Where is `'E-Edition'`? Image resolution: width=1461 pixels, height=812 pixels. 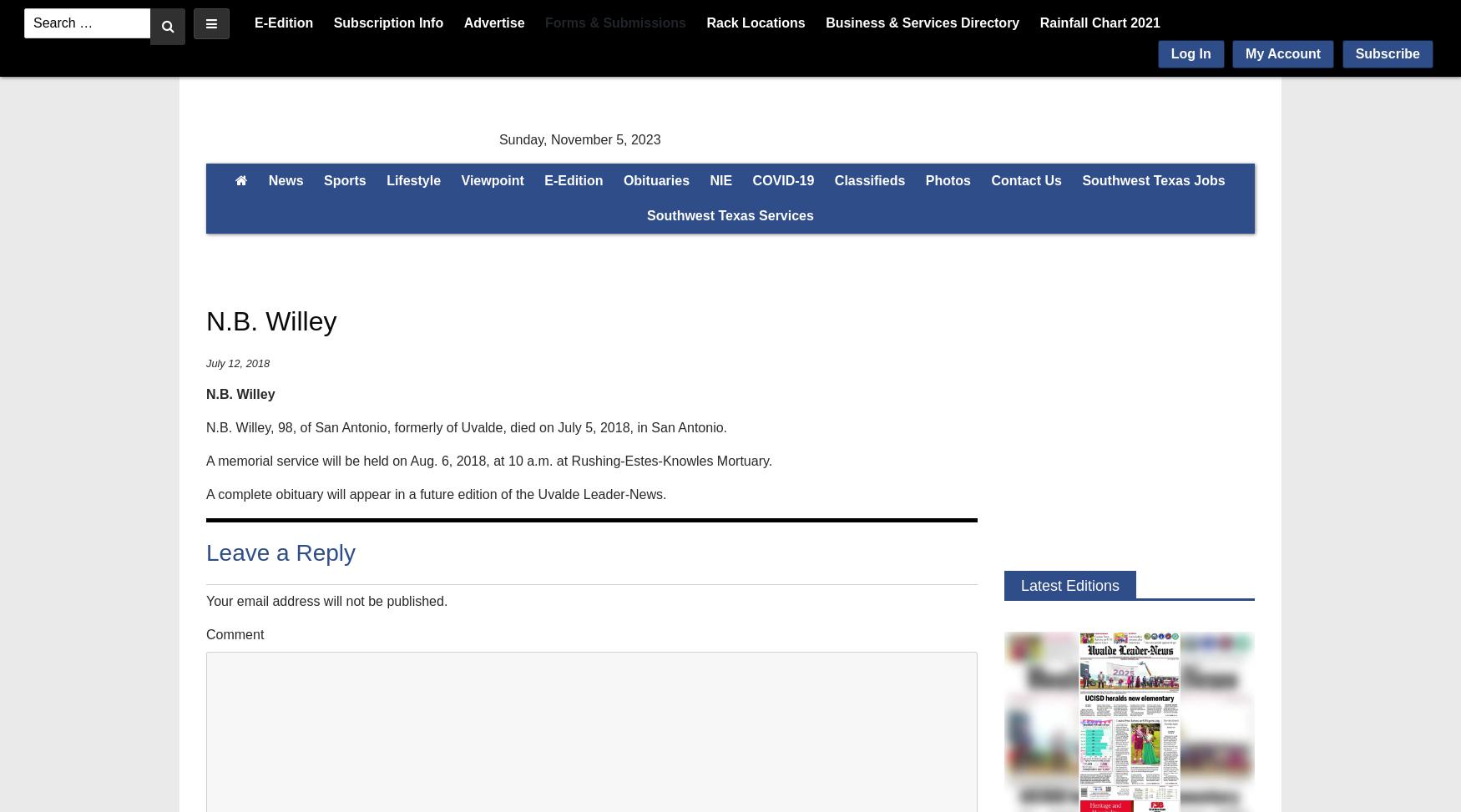
'E-Edition' is located at coordinates (573, 179).